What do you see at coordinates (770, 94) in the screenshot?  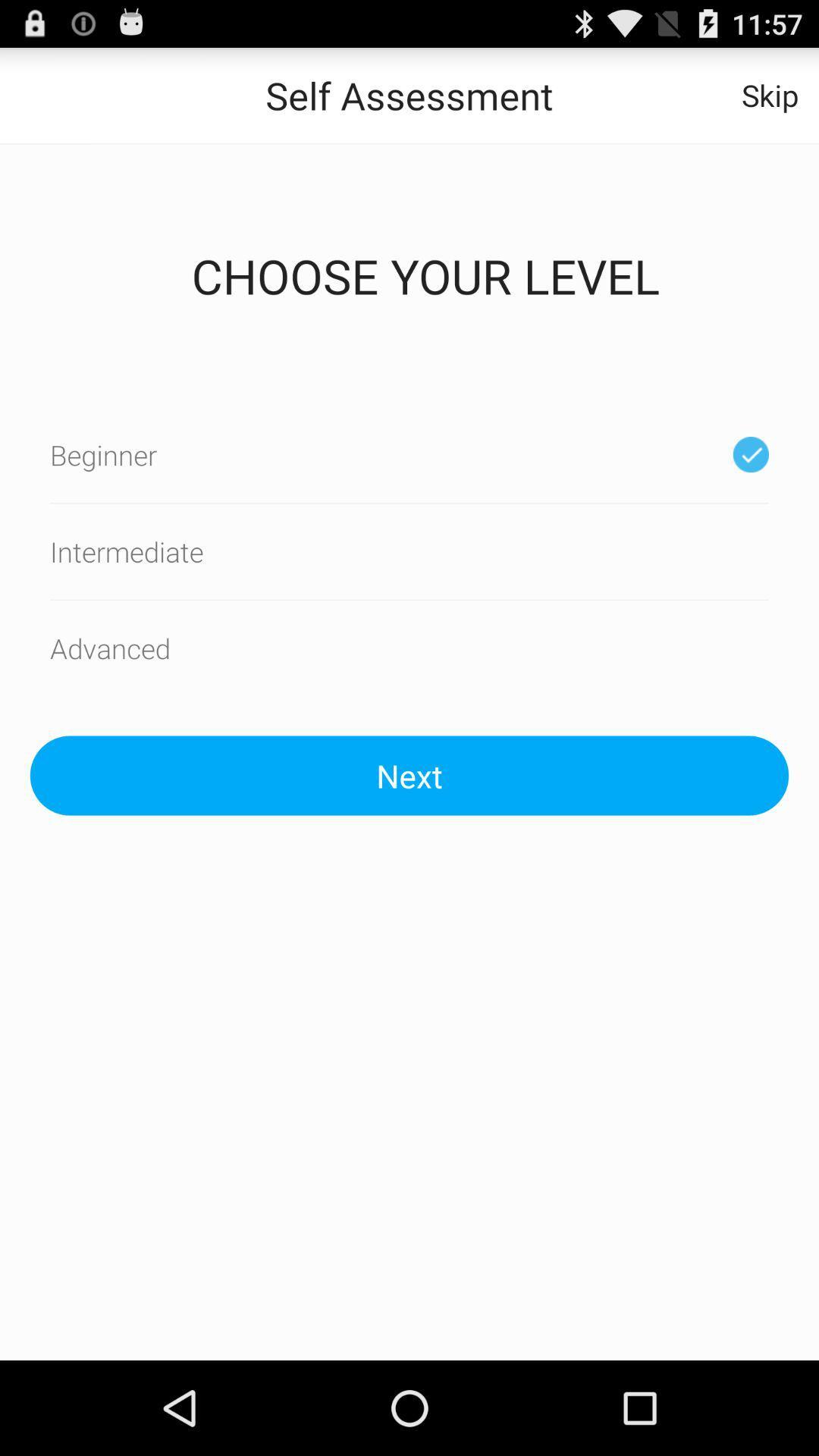 I see `item next to the self assessment icon` at bounding box center [770, 94].